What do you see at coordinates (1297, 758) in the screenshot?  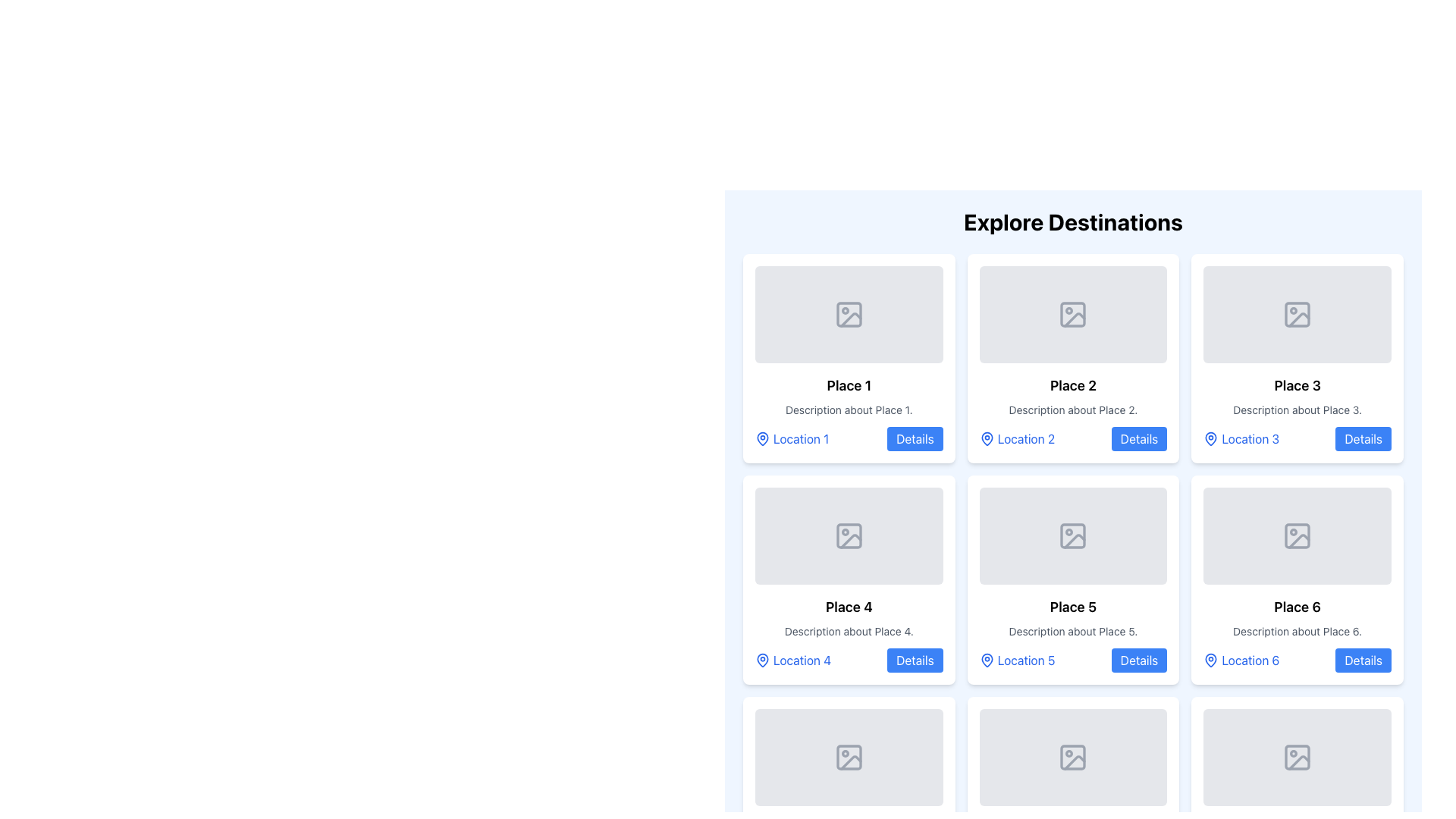 I see `the image placeholder for 'Place 9', which is located in the third column of the third row in a grid layout, positioned above the text 'Place 9'` at bounding box center [1297, 758].